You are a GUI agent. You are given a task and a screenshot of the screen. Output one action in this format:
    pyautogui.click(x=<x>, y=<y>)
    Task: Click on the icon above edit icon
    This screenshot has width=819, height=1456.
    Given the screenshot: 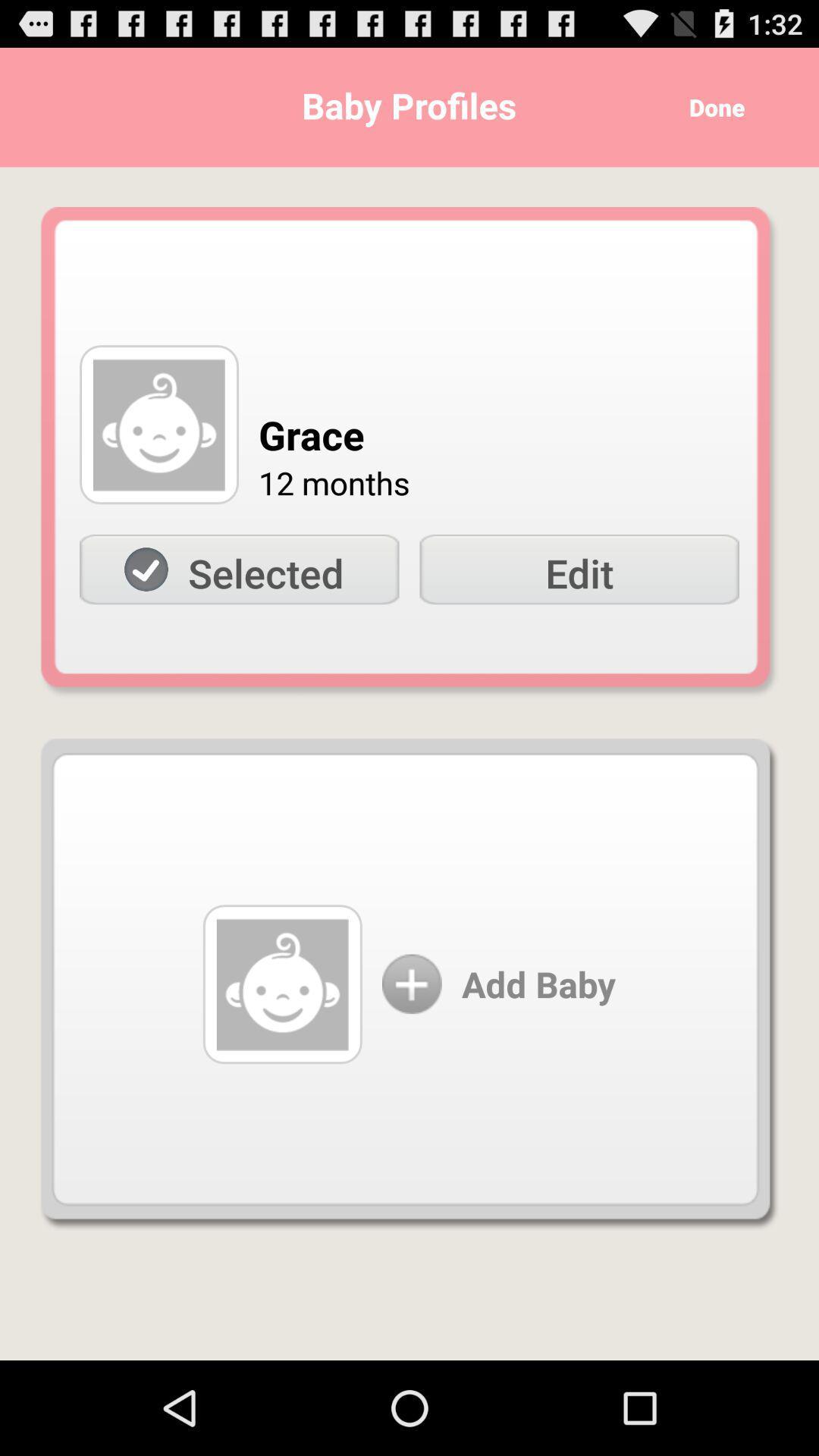 What is the action you would take?
    pyautogui.click(x=711, y=106)
    